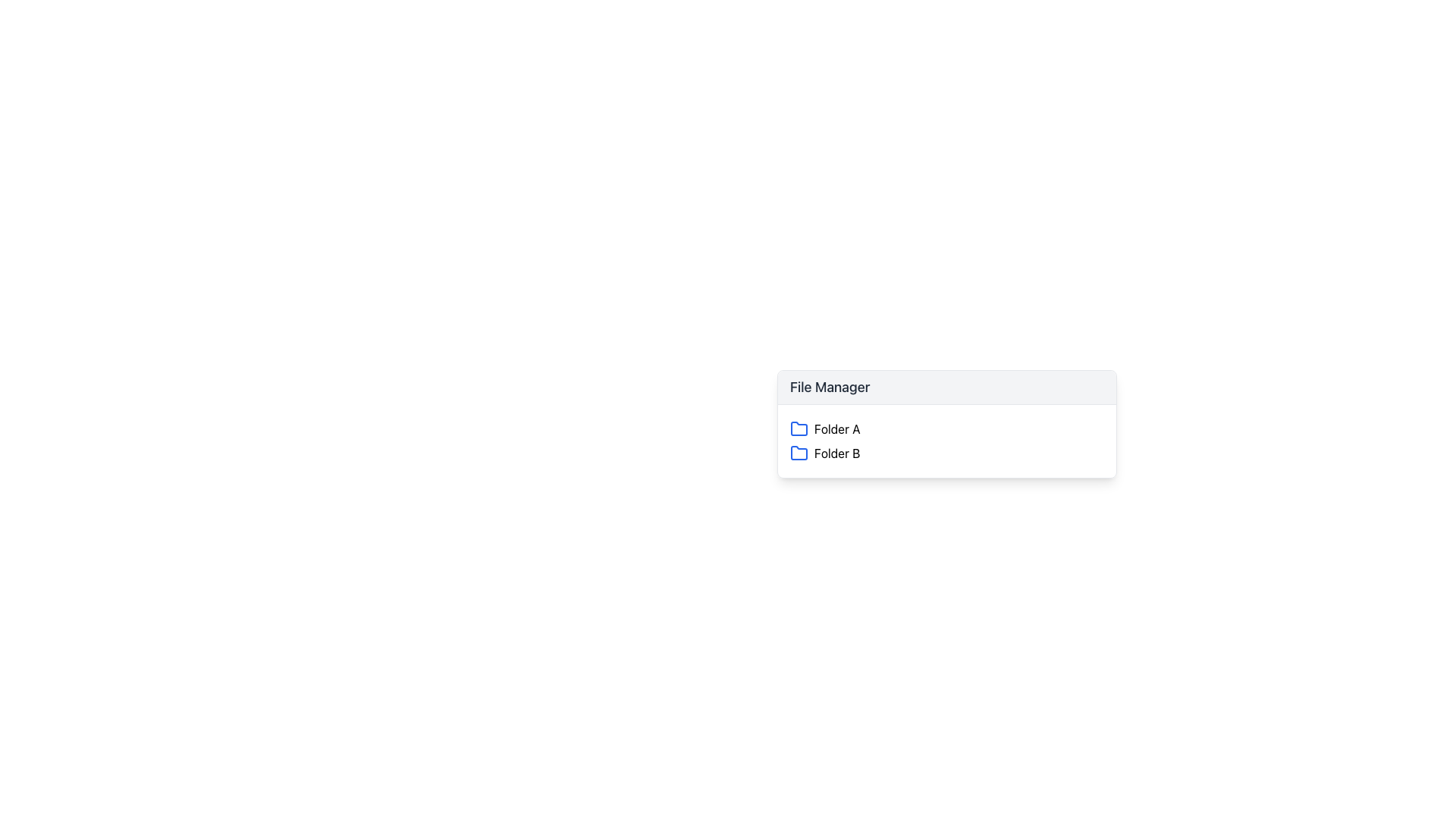 The height and width of the screenshot is (819, 1456). Describe the element at coordinates (799, 452) in the screenshot. I see `the blue outlined folder icon` at that location.